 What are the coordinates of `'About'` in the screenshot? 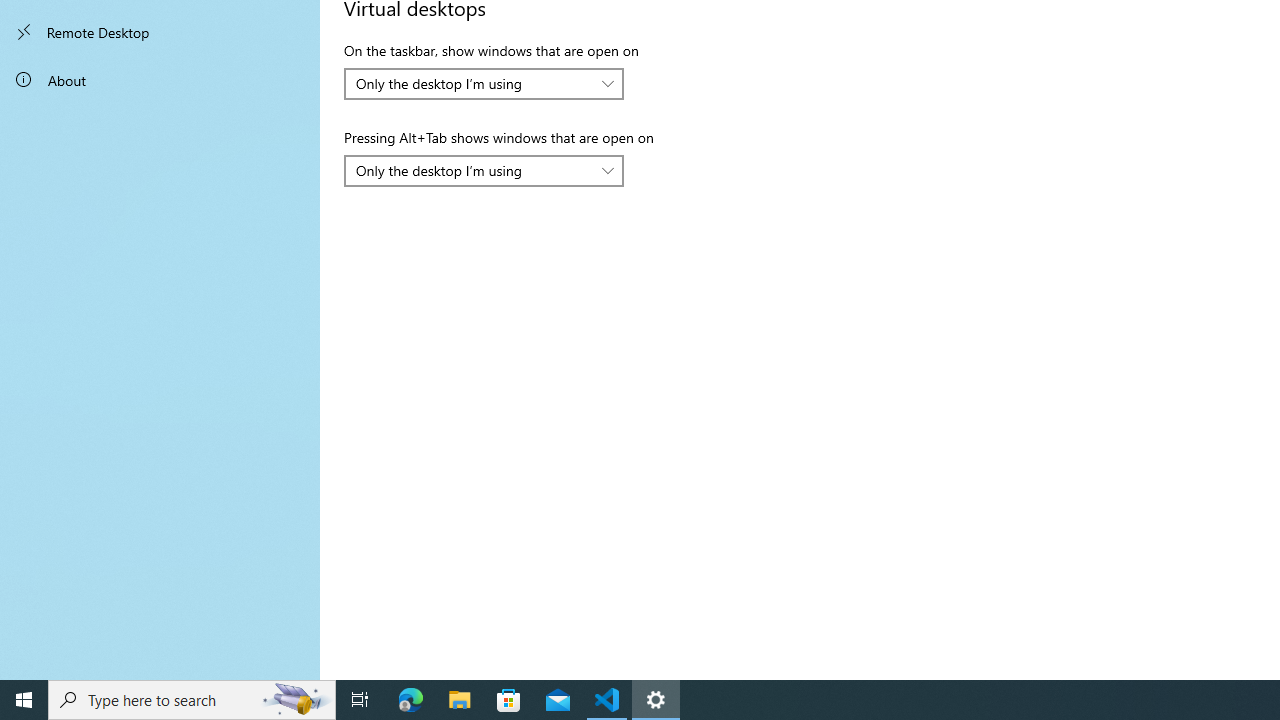 It's located at (160, 78).